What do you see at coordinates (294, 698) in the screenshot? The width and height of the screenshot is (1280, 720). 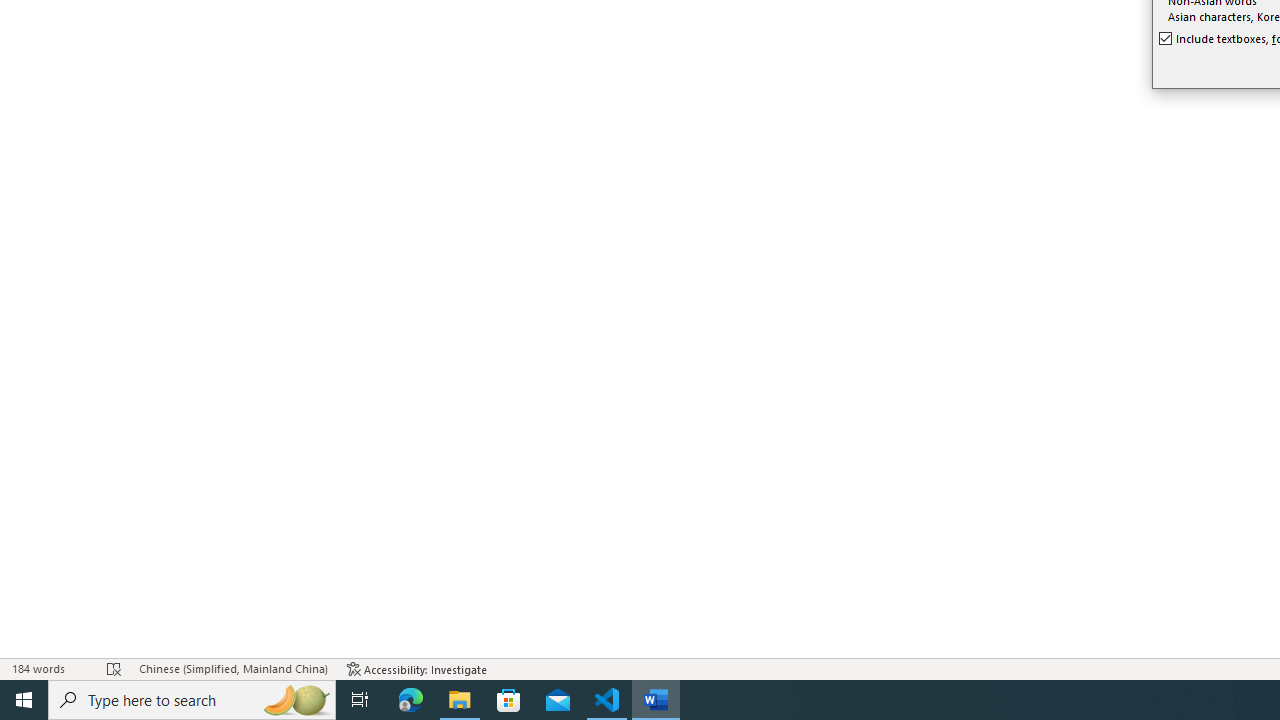 I see `'Search highlights icon opens search home window'` at bounding box center [294, 698].